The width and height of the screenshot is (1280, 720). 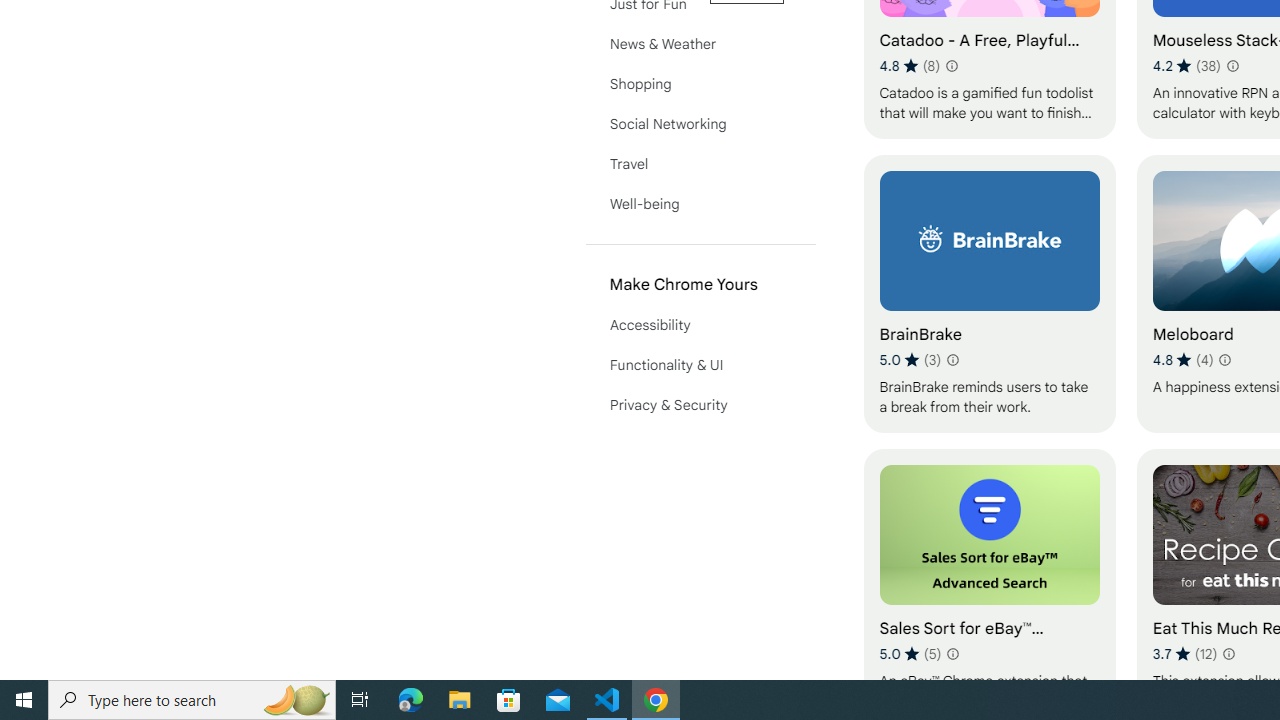 I want to click on 'Learn more about results and reviews "BrainBrake"', so click(x=951, y=360).